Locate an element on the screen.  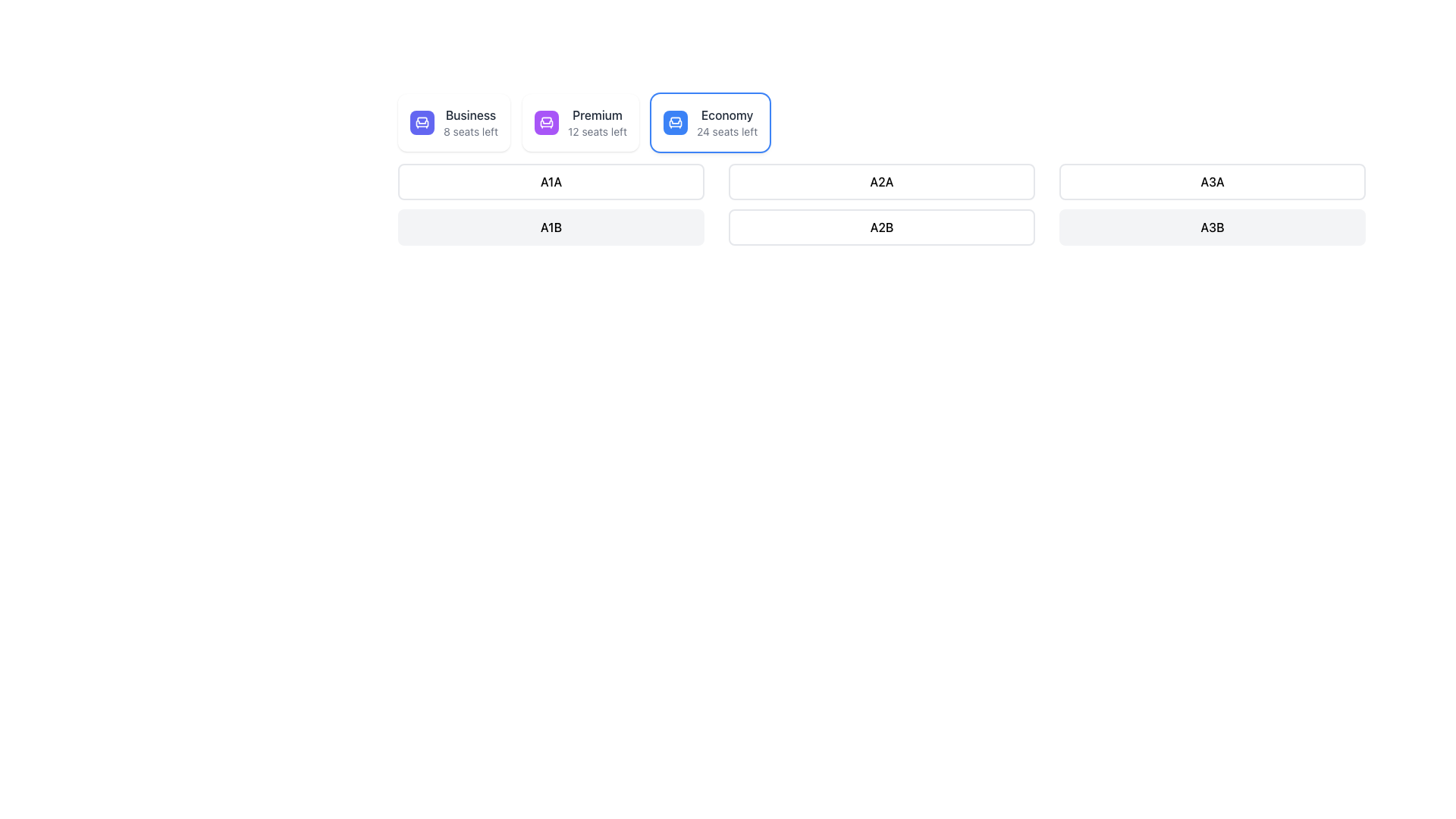
information displayed in the 'Premium' option, which includes the text 'Premium' in bold and '12 seats left' in a lighter font, located in the second position of the options group is located at coordinates (580, 122).